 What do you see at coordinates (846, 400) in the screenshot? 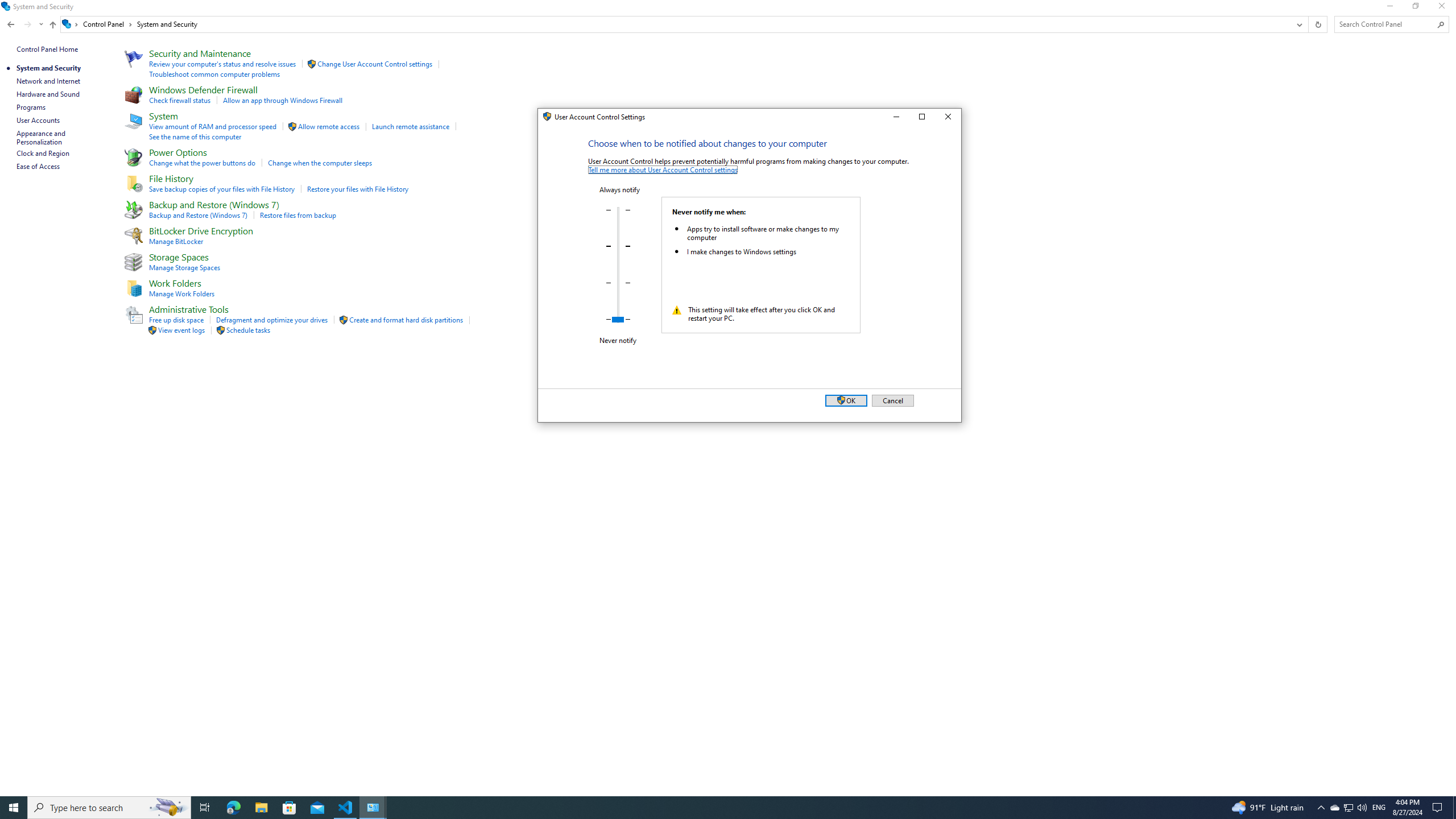
I see `'OK'` at bounding box center [846, 400].